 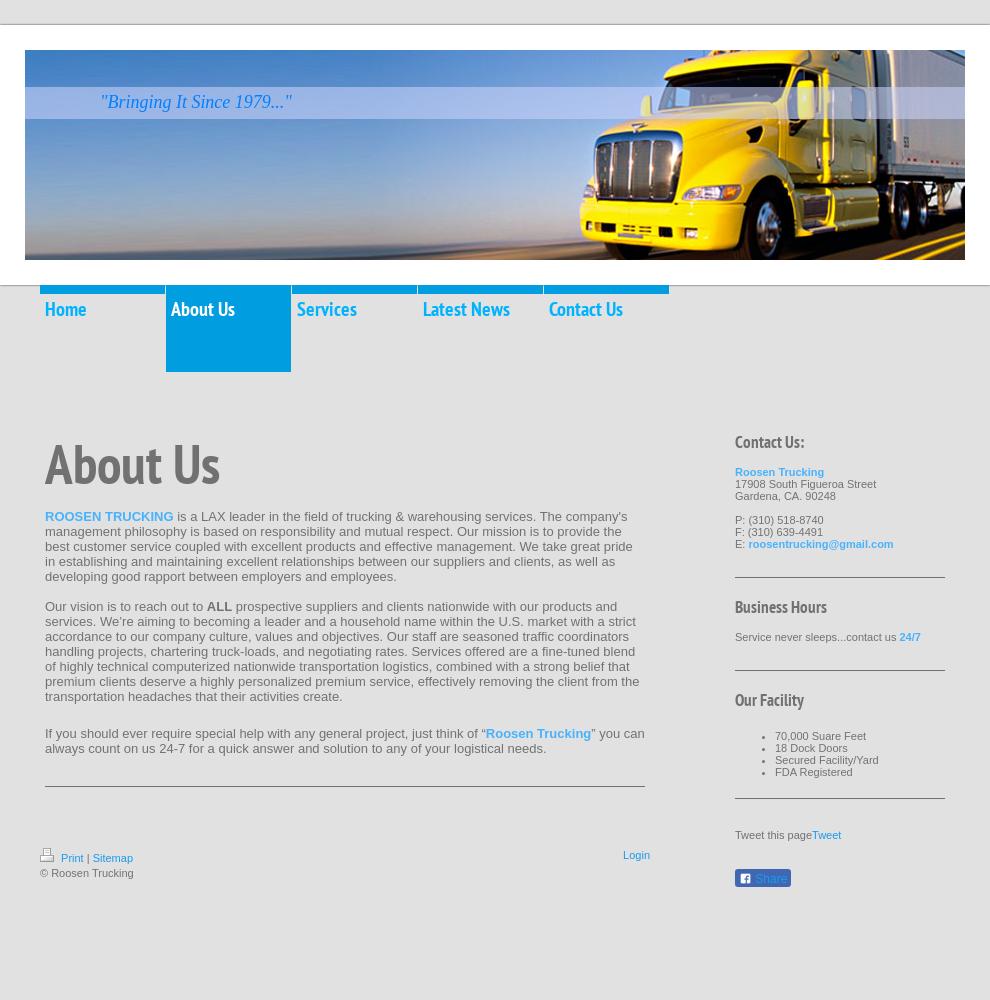 I want to click on 'ROOSEN TRUCKING', so click(x=109, y=516).